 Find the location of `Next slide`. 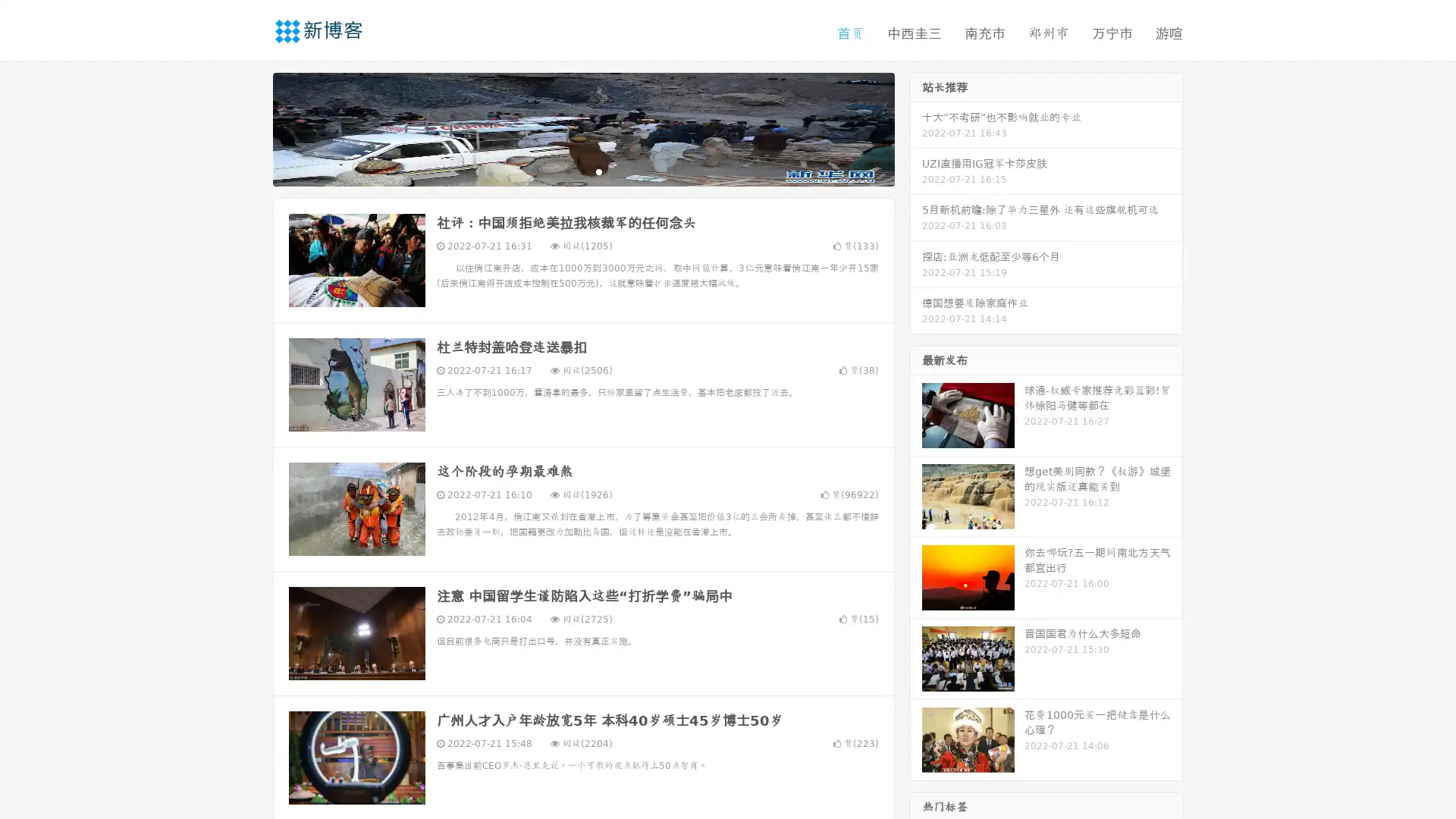

Next slide is located at coordinates (916, 127).